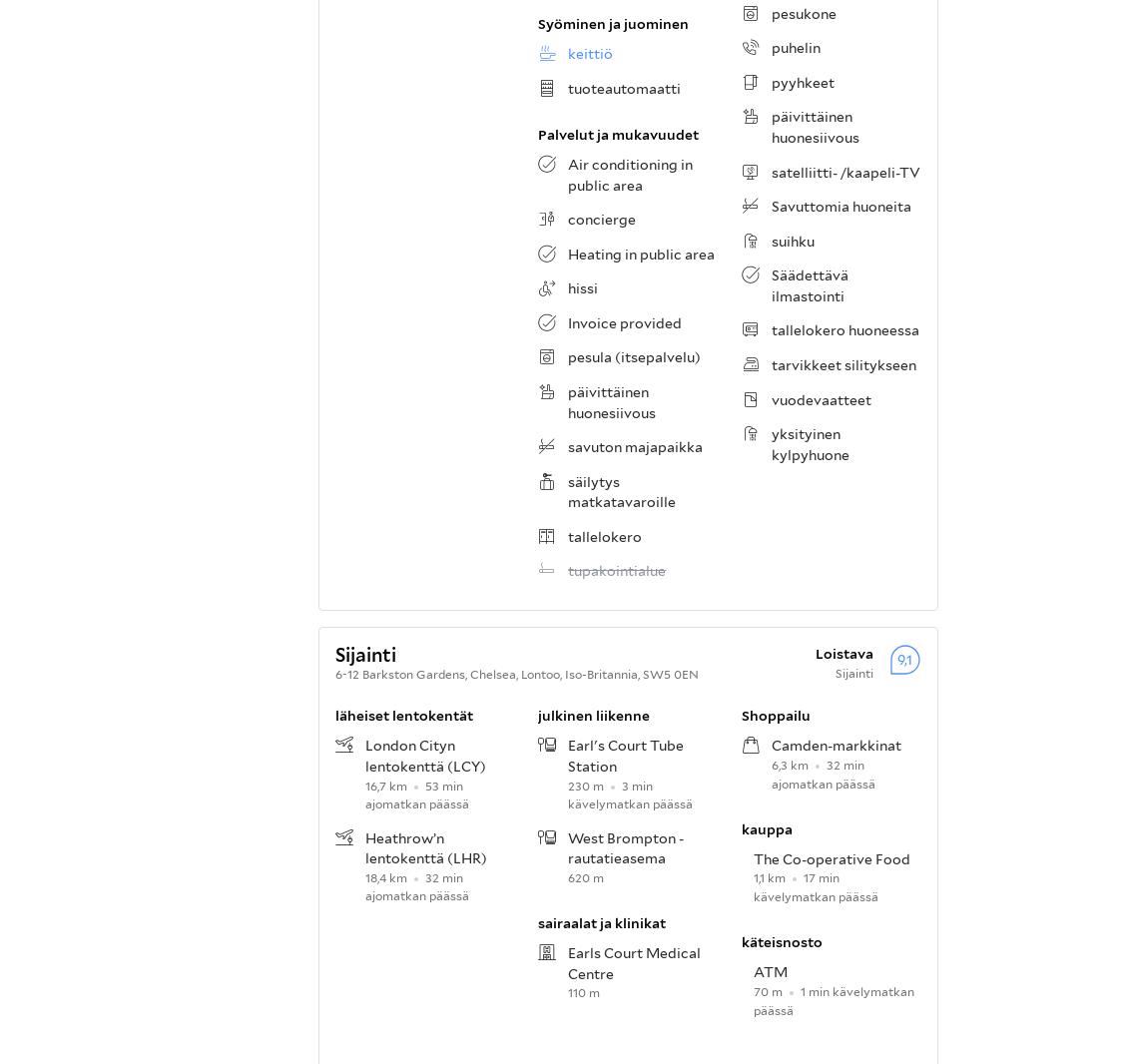 Image resolution: width=1130 pixels, height=1064 pixels. I want to click on 'West Brompton -rautatieasema', so click(626, 847).